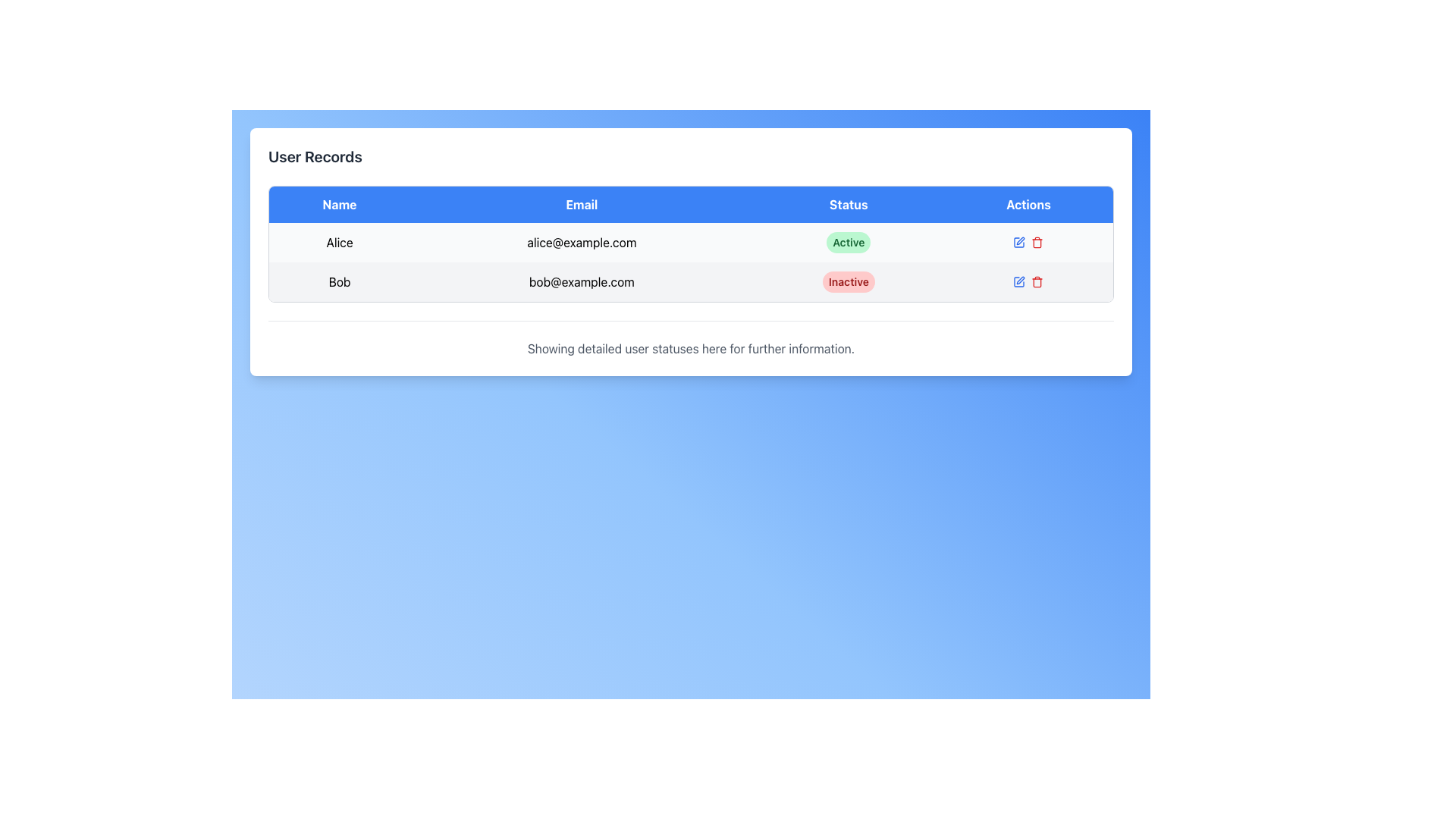 This screenshot has width=1456, height=819. What do you see at coordinates (338, 242) in the screenshot?
I see `the Text Label displaying the user's name in the first column of the table, which is aligned with the email 'alice@example.com' and status 'Active'` at bounding box center [338, 242].